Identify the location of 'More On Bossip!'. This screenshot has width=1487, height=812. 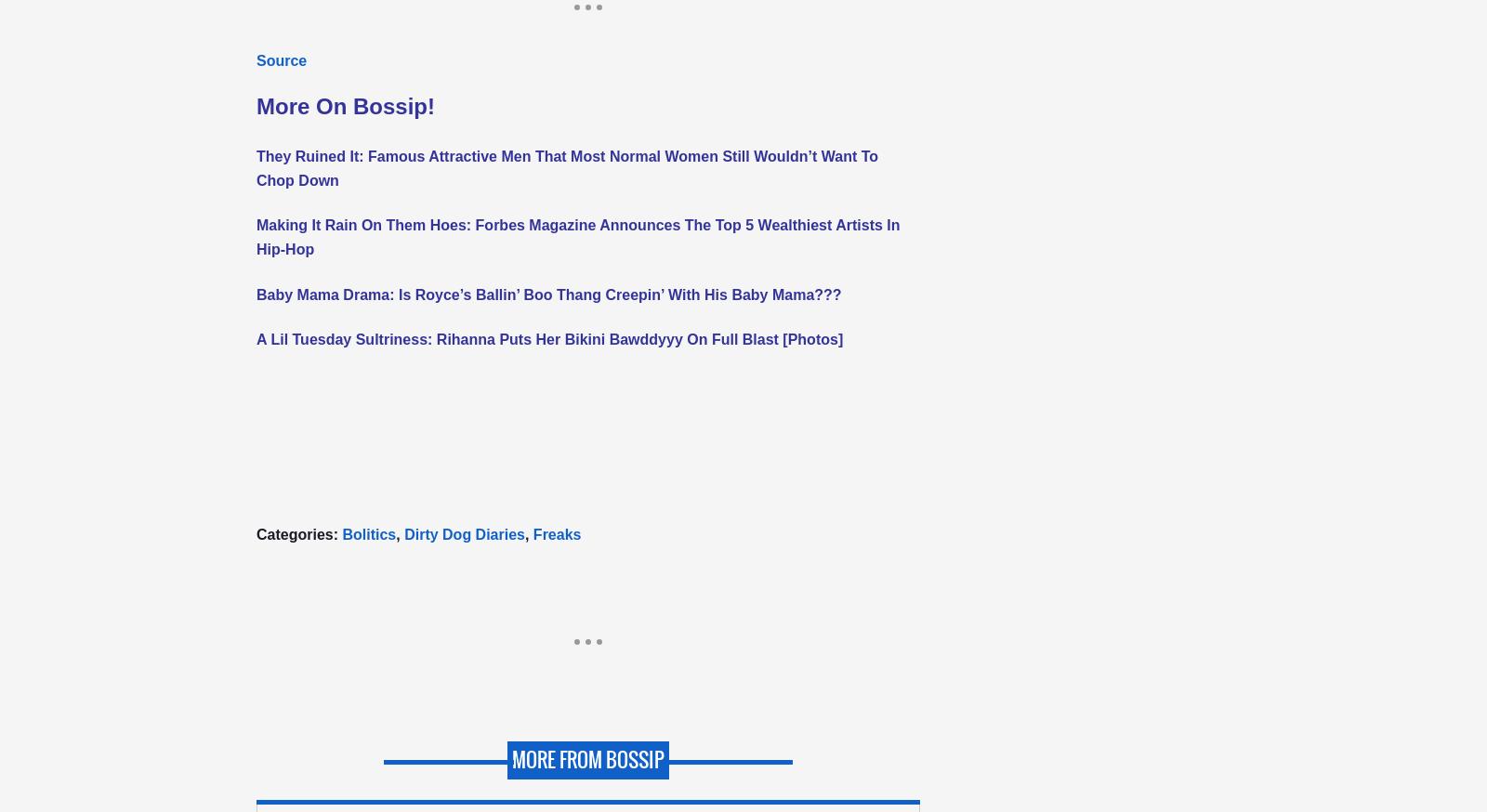
(346, 106).